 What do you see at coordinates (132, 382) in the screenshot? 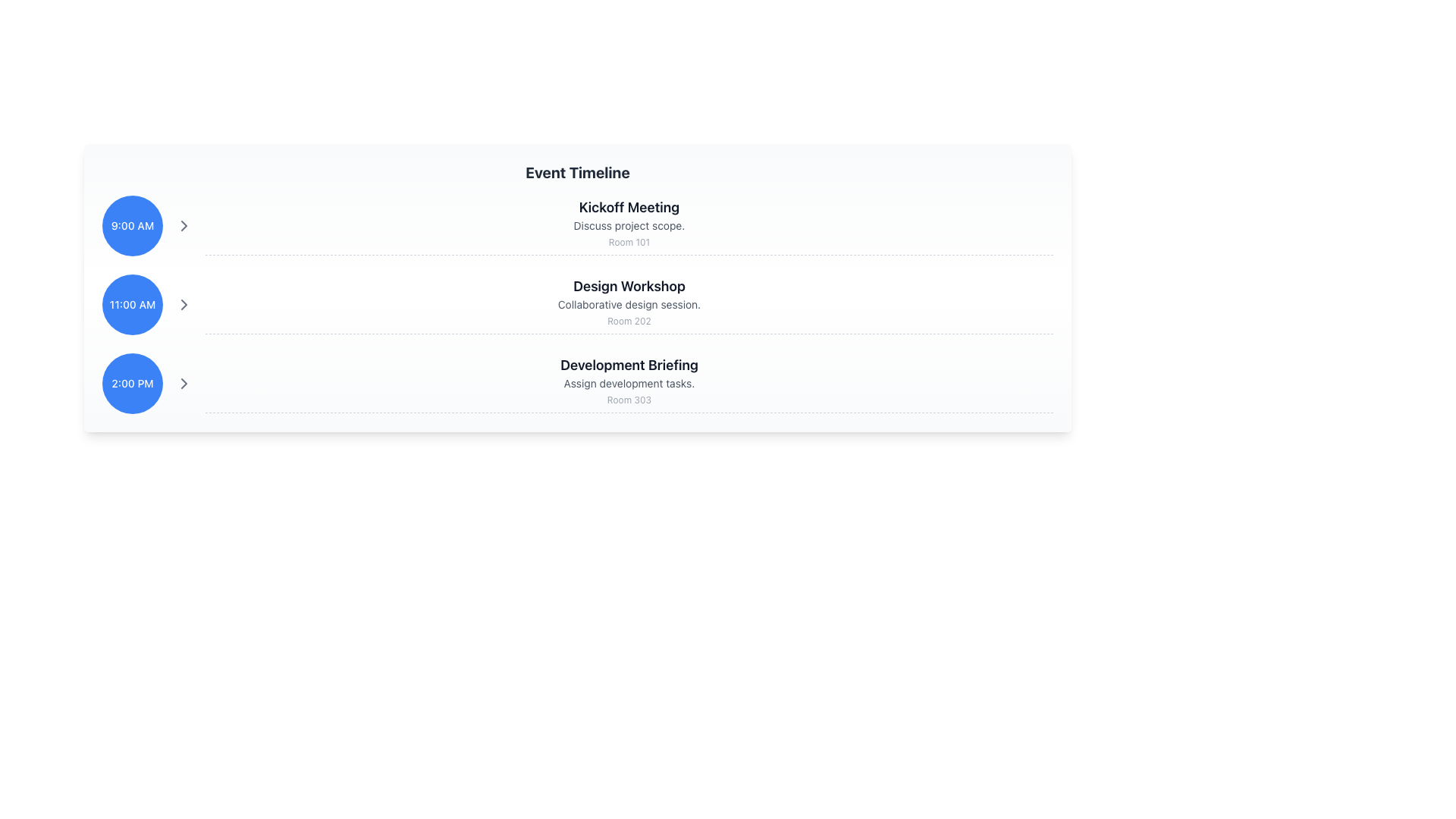
I see `the blue circular badge displaying '2:00 PM' in the third row labeled 'Development Briefing'` at bounding box center [132, 382].